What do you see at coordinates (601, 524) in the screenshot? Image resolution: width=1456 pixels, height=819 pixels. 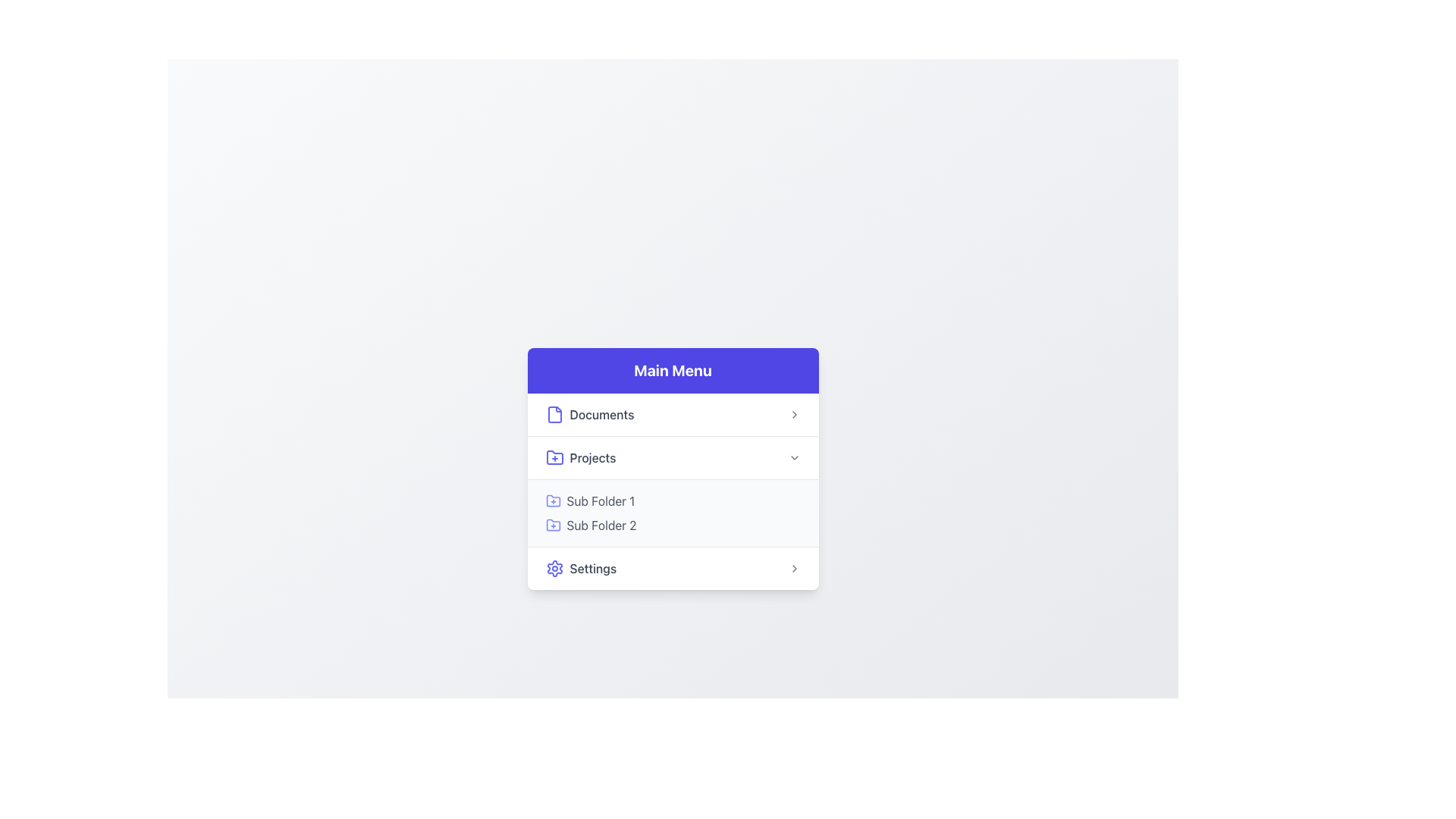 I see `the text label displaying 'Sub Folder 2' in gray color, which is a sub-item under the 'Projects' menu` at bounding box center [601, 524].